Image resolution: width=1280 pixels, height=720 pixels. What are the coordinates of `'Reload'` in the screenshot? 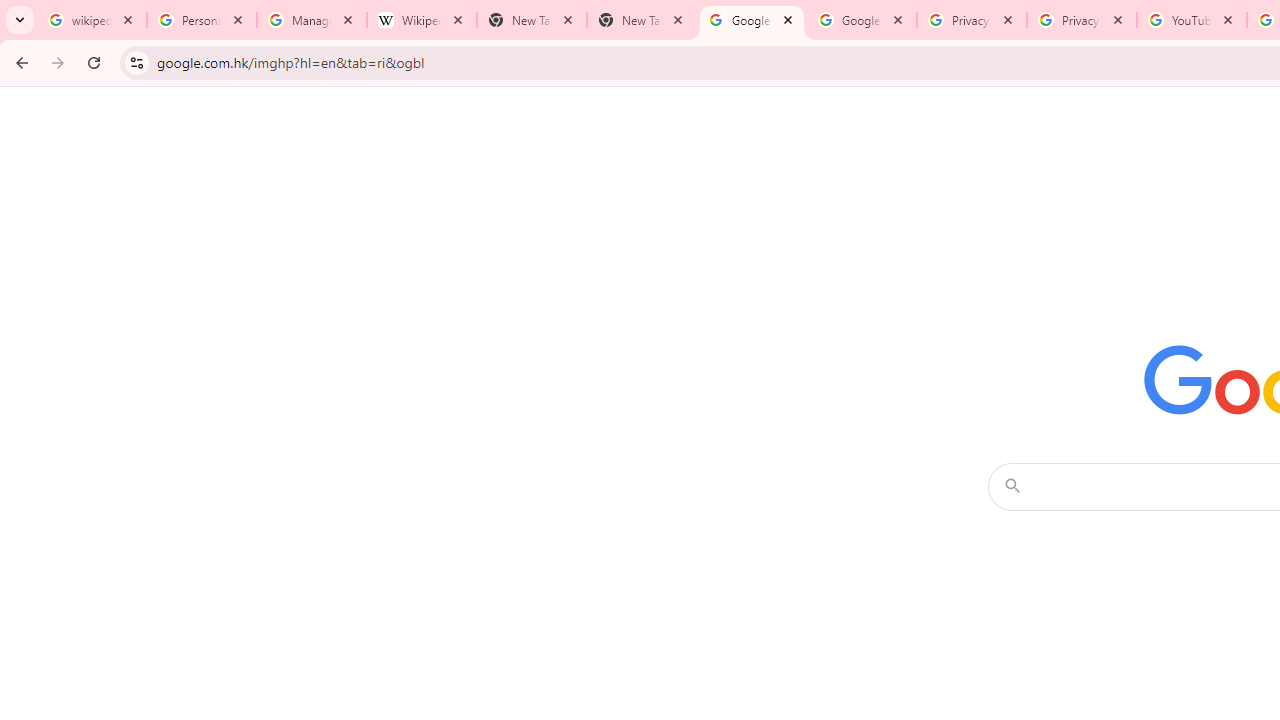 It's located at (93, 61).